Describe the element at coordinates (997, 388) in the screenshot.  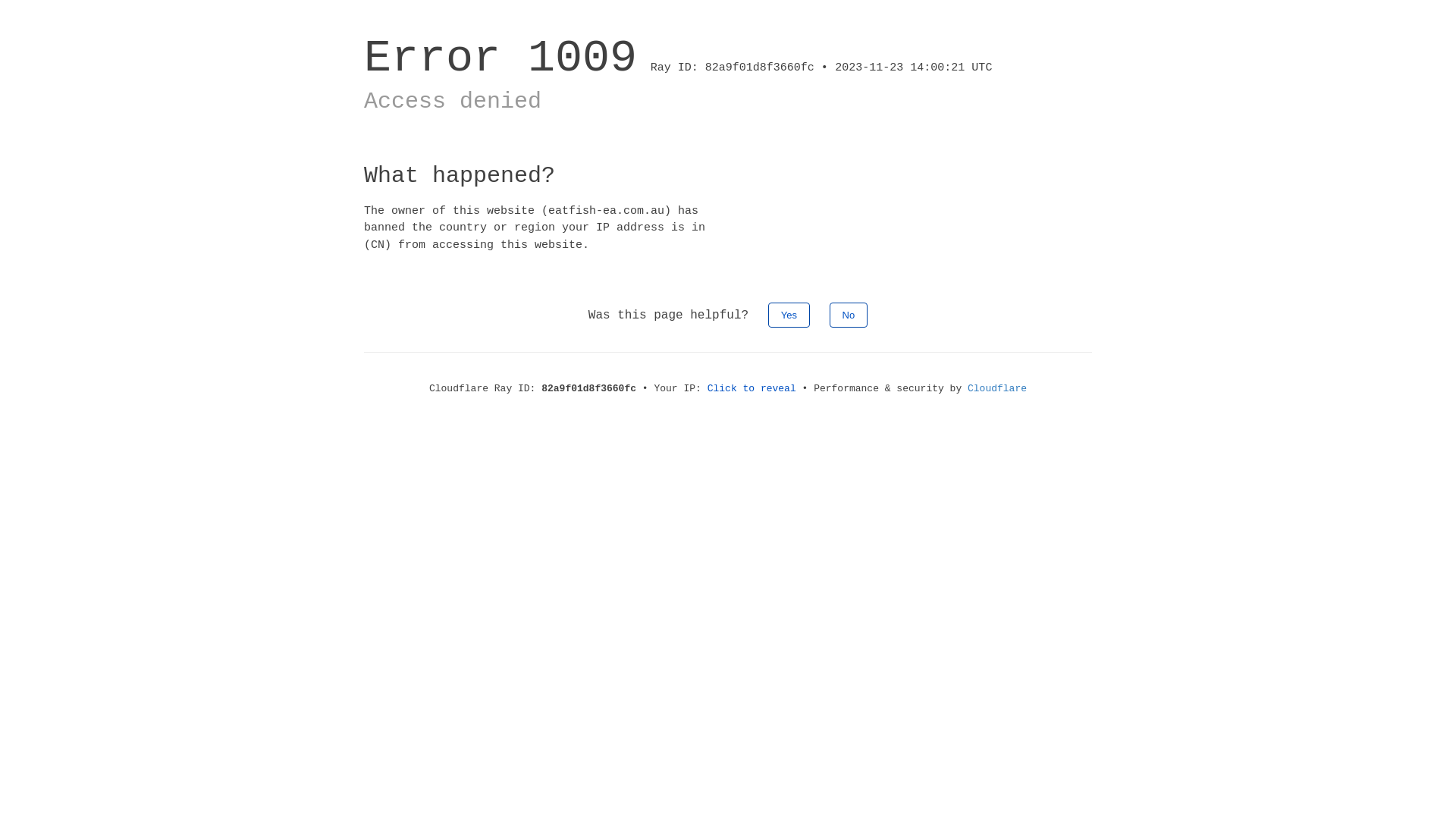
I see `'Cloudflare'` at that location.